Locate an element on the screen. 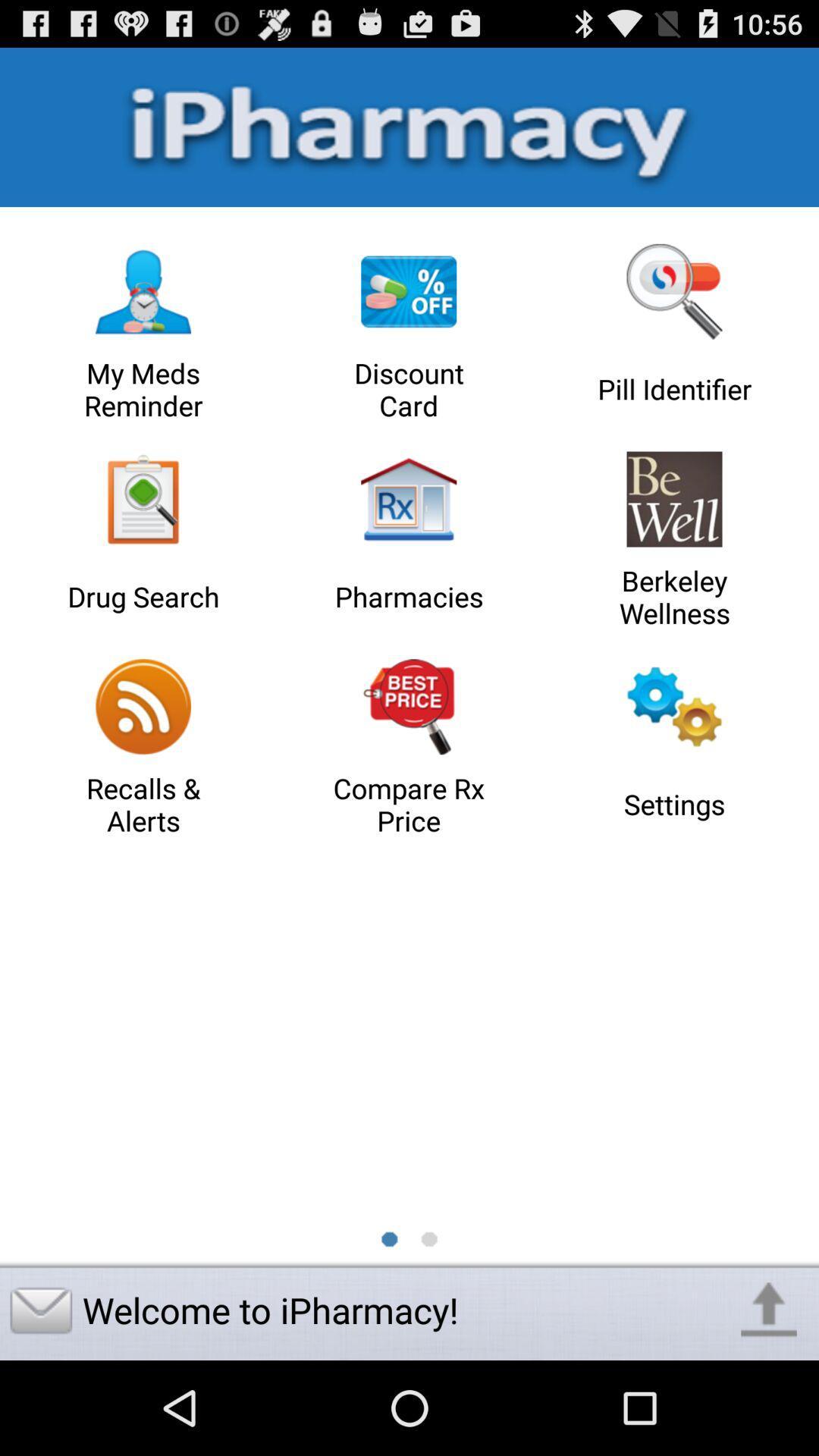  to upload is located at coordinates (769, 1310).